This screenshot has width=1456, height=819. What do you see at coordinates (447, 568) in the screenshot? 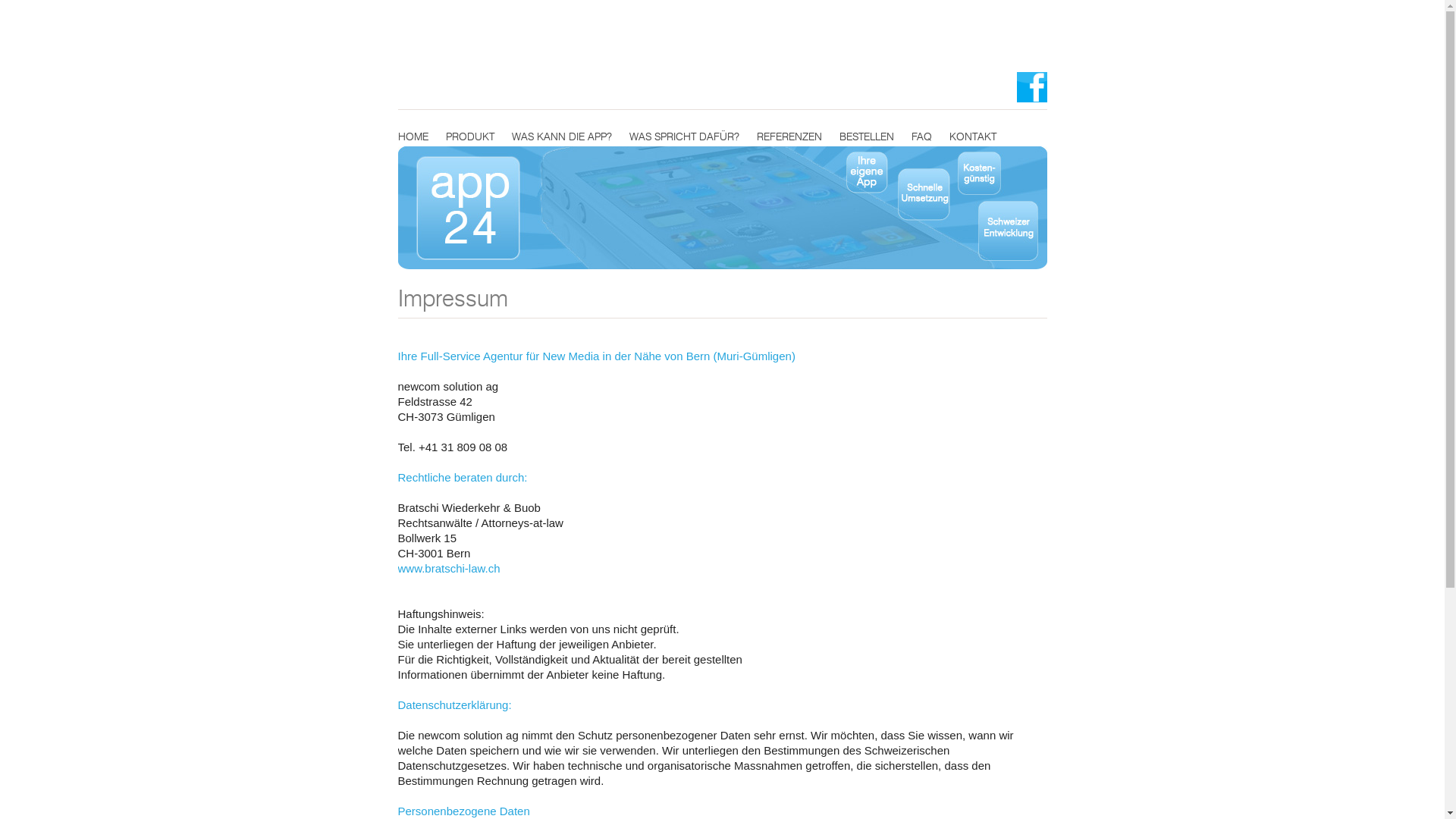
I see `'www.bratschi-law.ch'` at bounding box center [447, 568].